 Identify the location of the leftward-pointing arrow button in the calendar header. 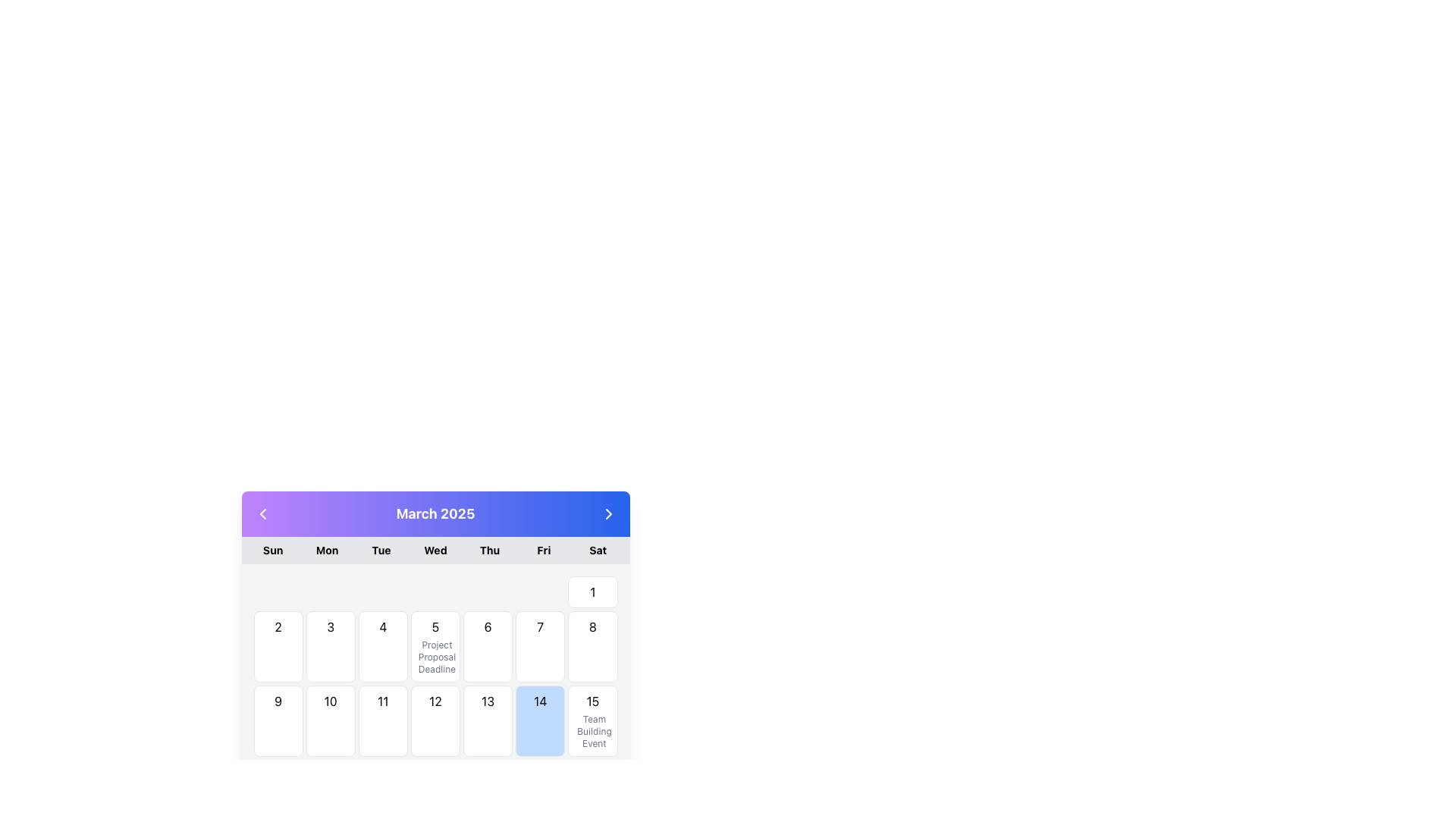
(262, 513).